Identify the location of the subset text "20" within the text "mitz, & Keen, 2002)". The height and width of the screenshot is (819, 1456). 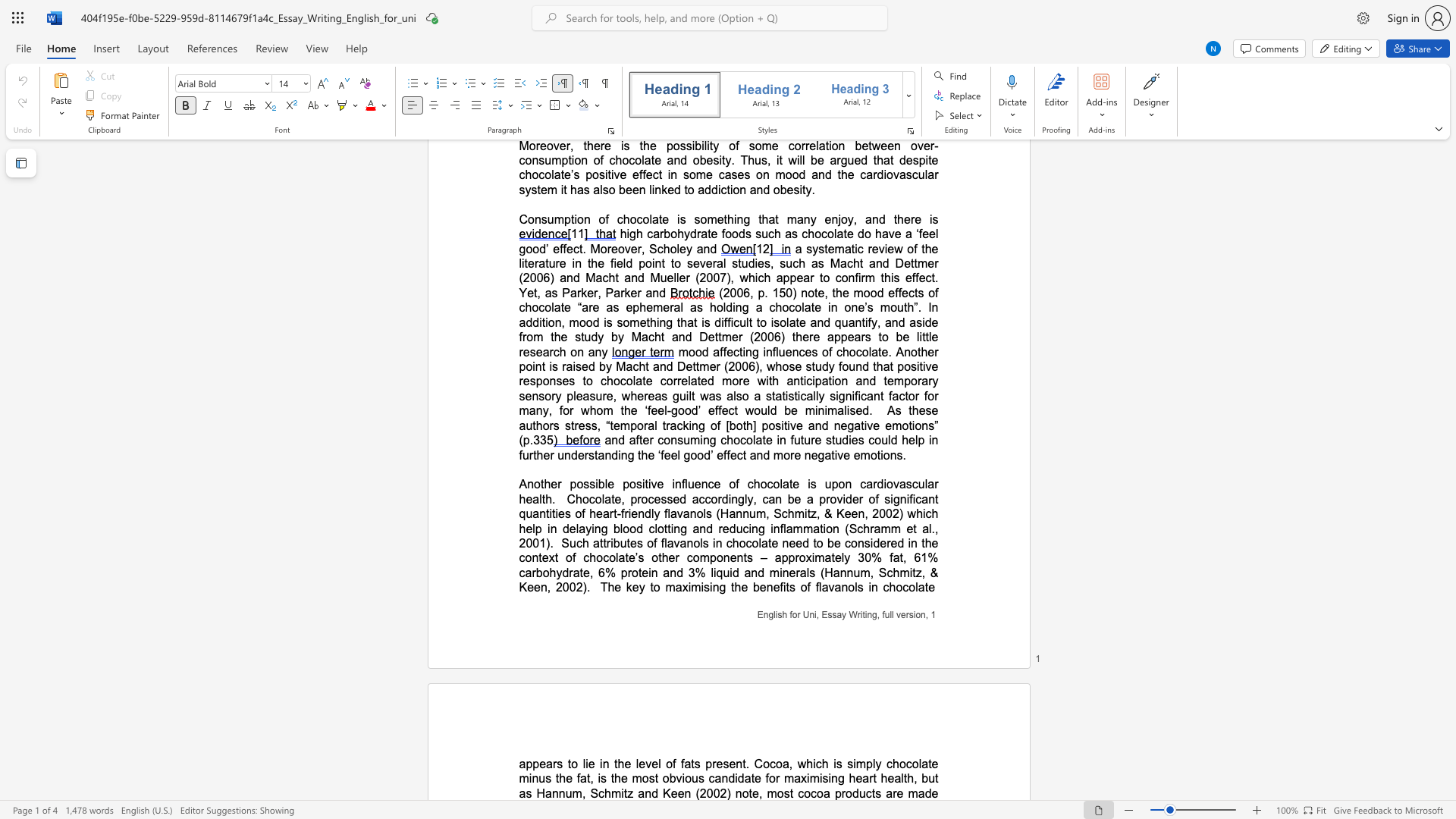
(554, 586).